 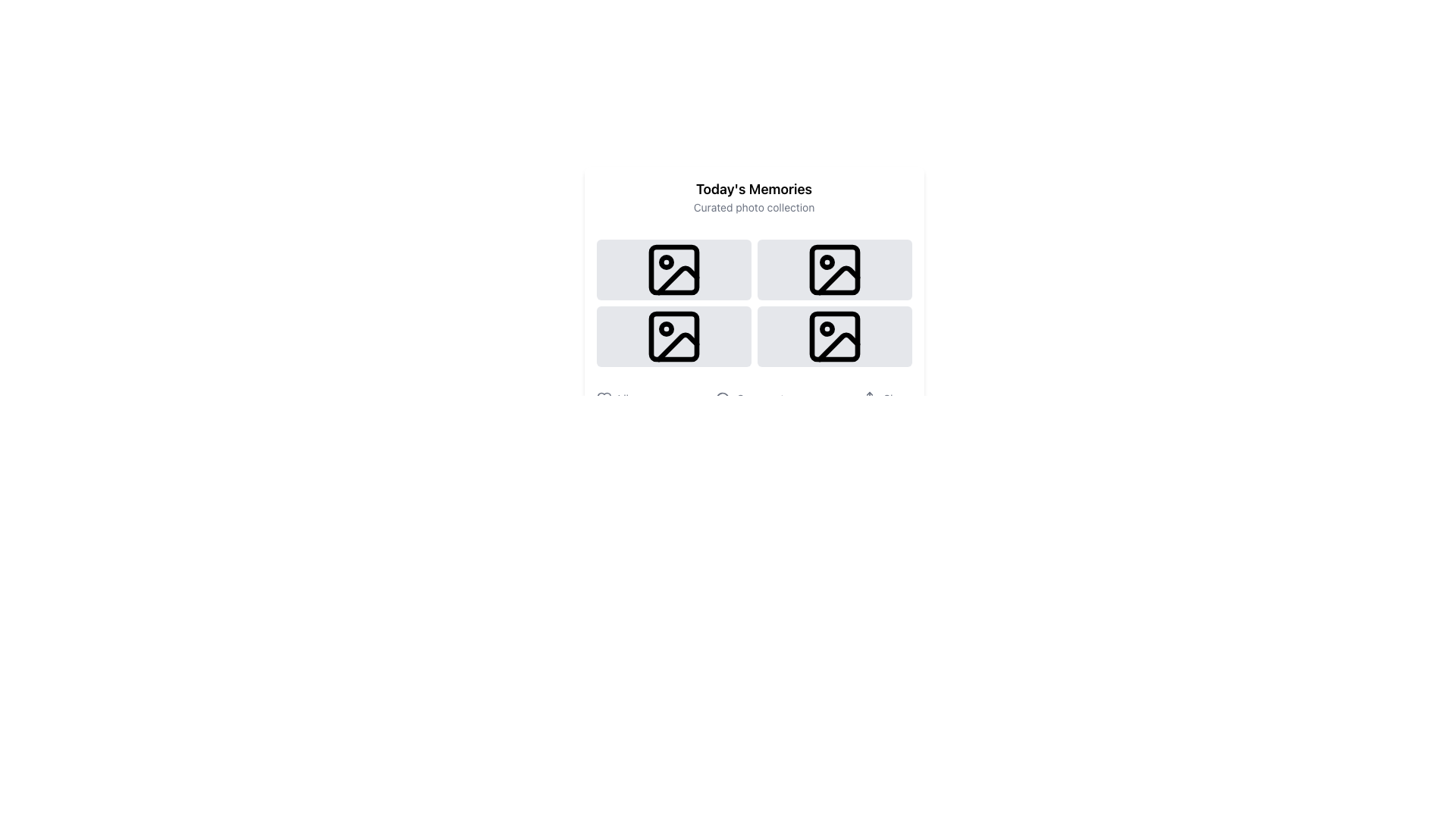 What do you see at coordinates (722, 397) in the screenshot?
I see `the circular chat bubble icon located to the left of the 'Comment' text to initiate its functionality` at bounding box center [722, 397].